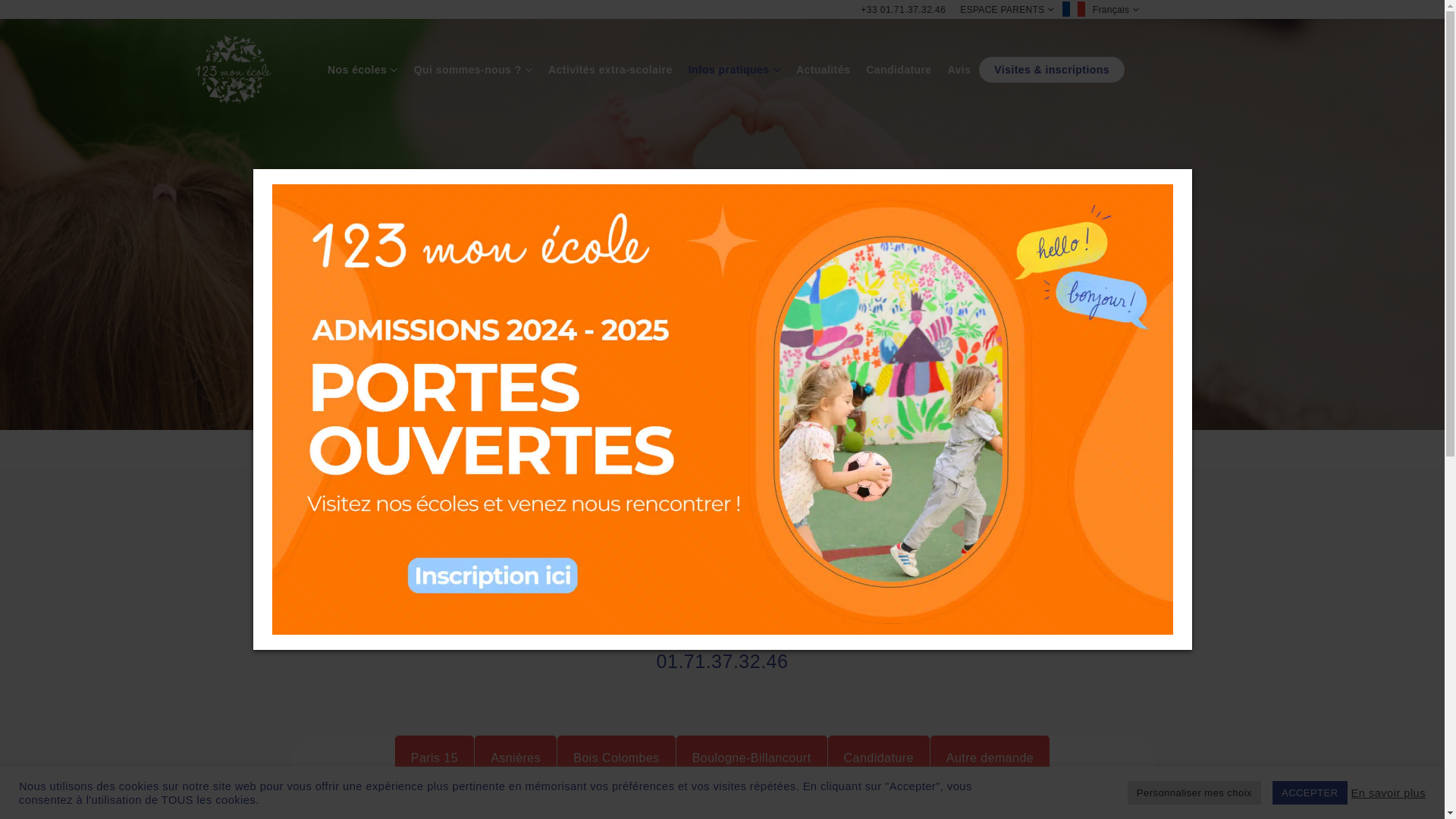 This screenshot has width=1456, height=819. What do you see at coordinates (752, 758) in the screenshot?
I see `'Boulogne-Billancourt'` at bounding box center [752, 758].